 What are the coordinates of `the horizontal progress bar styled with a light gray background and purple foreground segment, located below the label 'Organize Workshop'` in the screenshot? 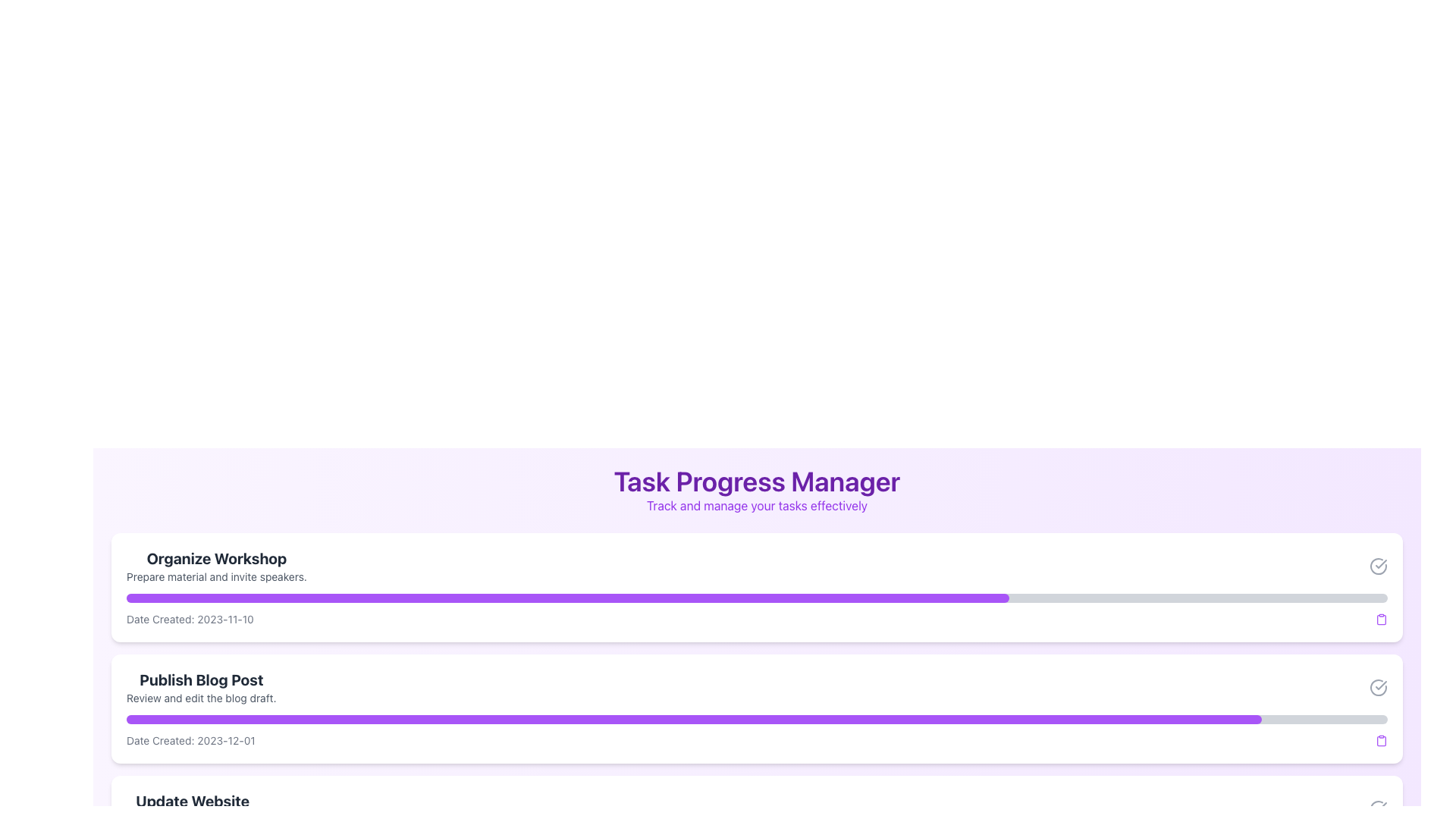 It's located at (757, 598).